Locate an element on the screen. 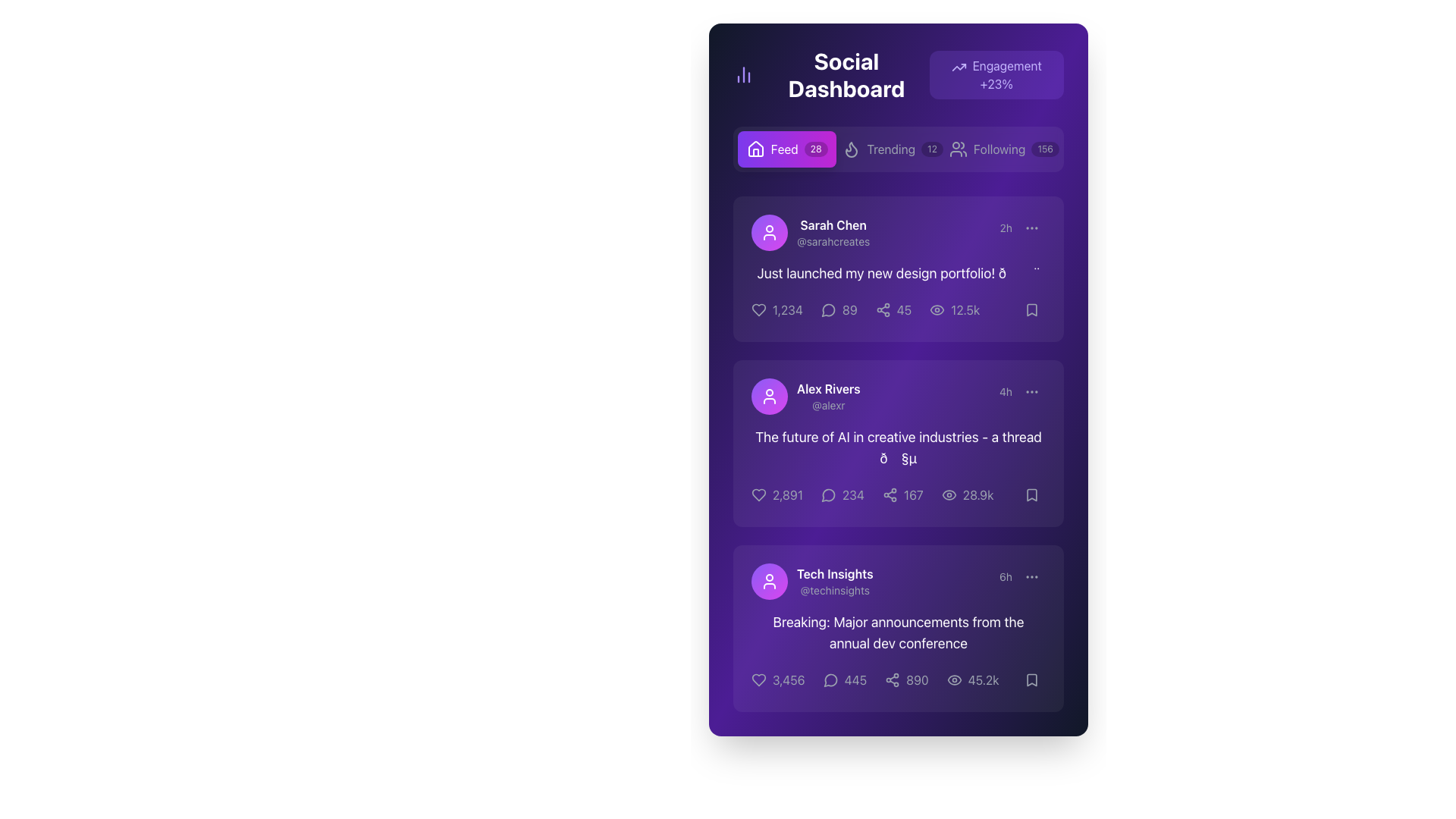 This screenshot has width=1456, height=819. timestamp text '4h' located in the top-right corner of the post by 'Alex Rivers', which indicates the time since the post was made is located at coordinates (1022, 391).